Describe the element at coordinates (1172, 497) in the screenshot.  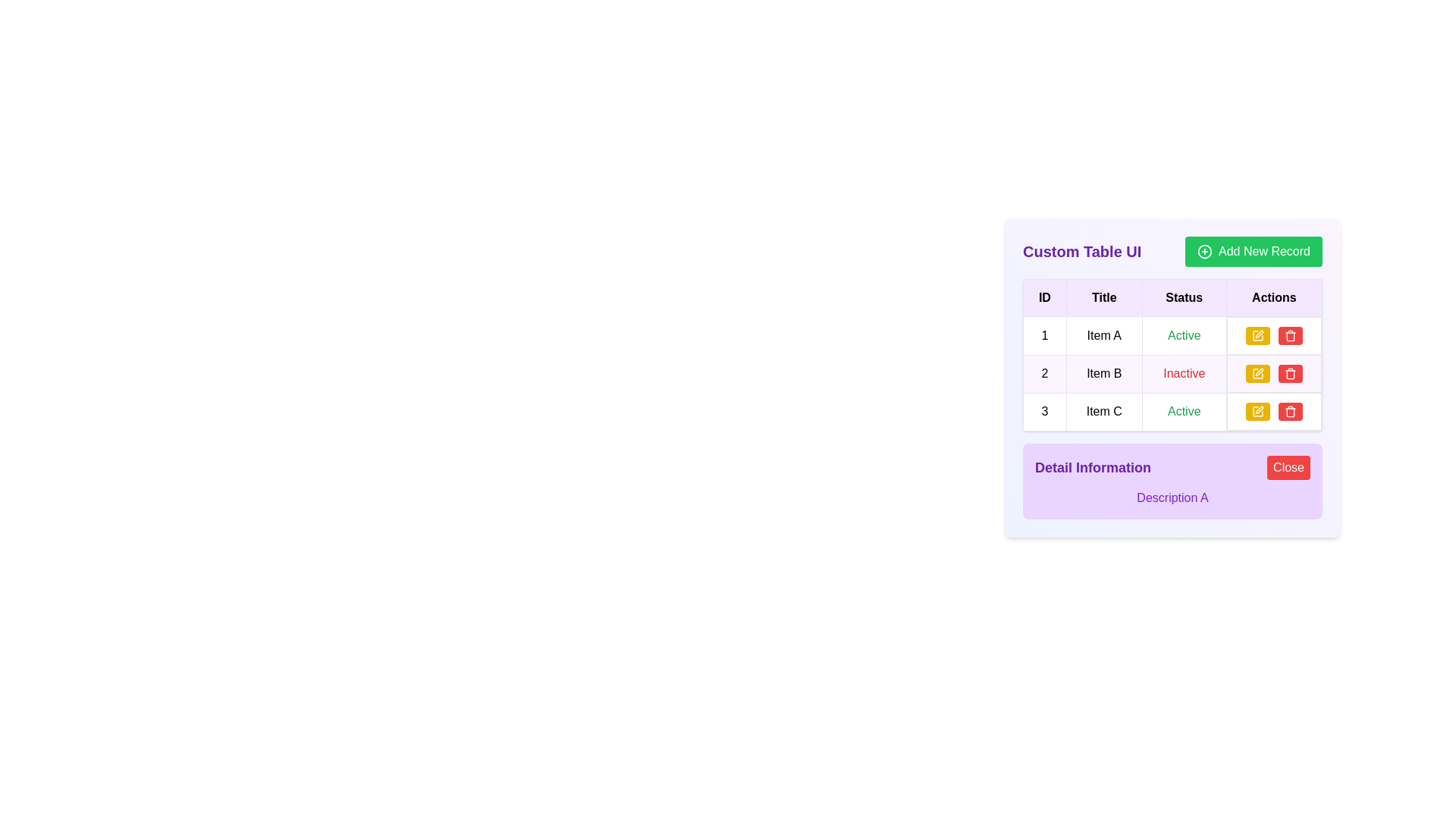
I see `the text label displaying 'Description A' in purple font, located at the bottom of the 'Detail Information' section` at that location.